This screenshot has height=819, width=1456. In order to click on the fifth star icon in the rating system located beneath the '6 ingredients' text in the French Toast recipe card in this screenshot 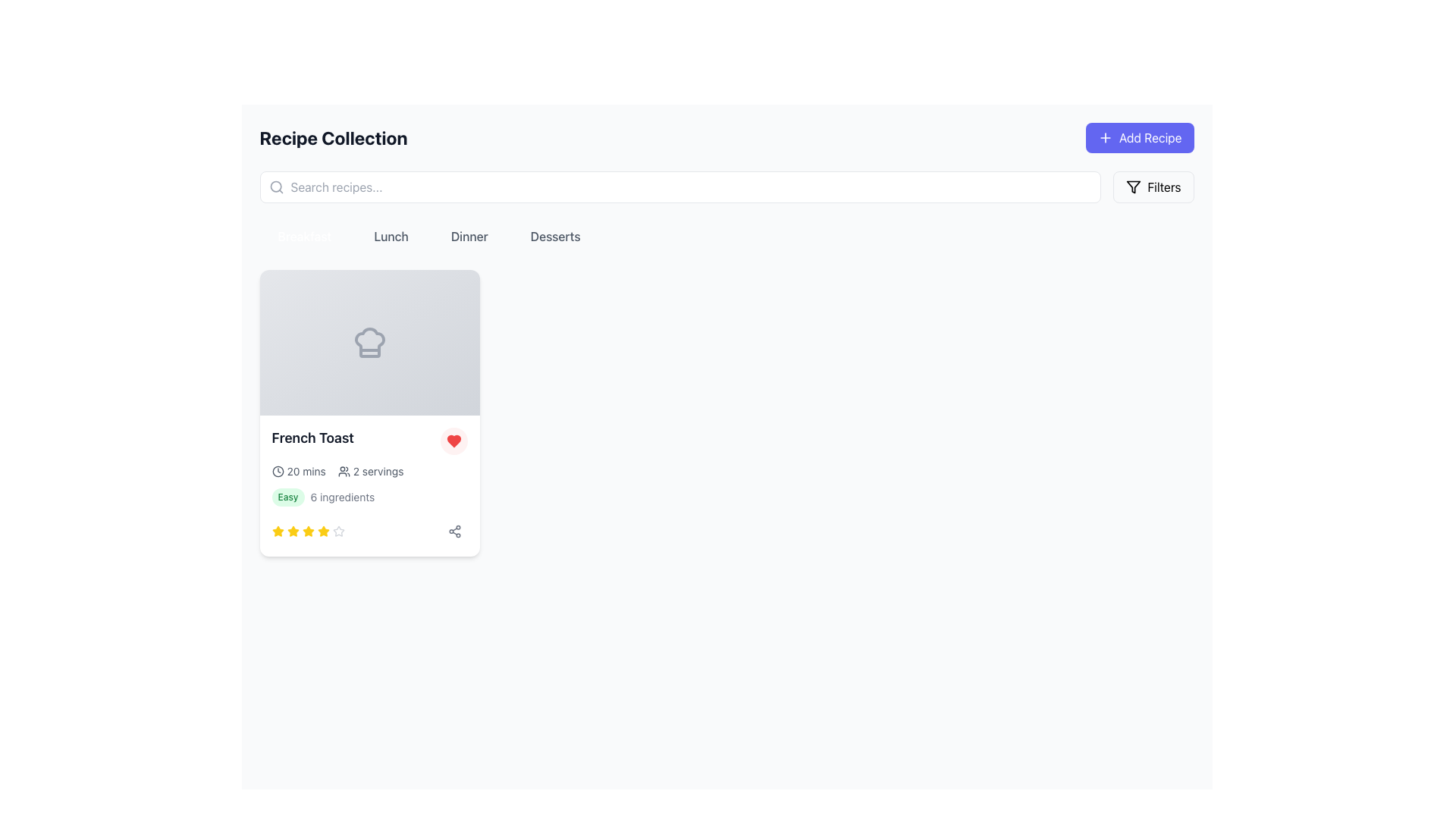, I will do `click(278, 530)`.